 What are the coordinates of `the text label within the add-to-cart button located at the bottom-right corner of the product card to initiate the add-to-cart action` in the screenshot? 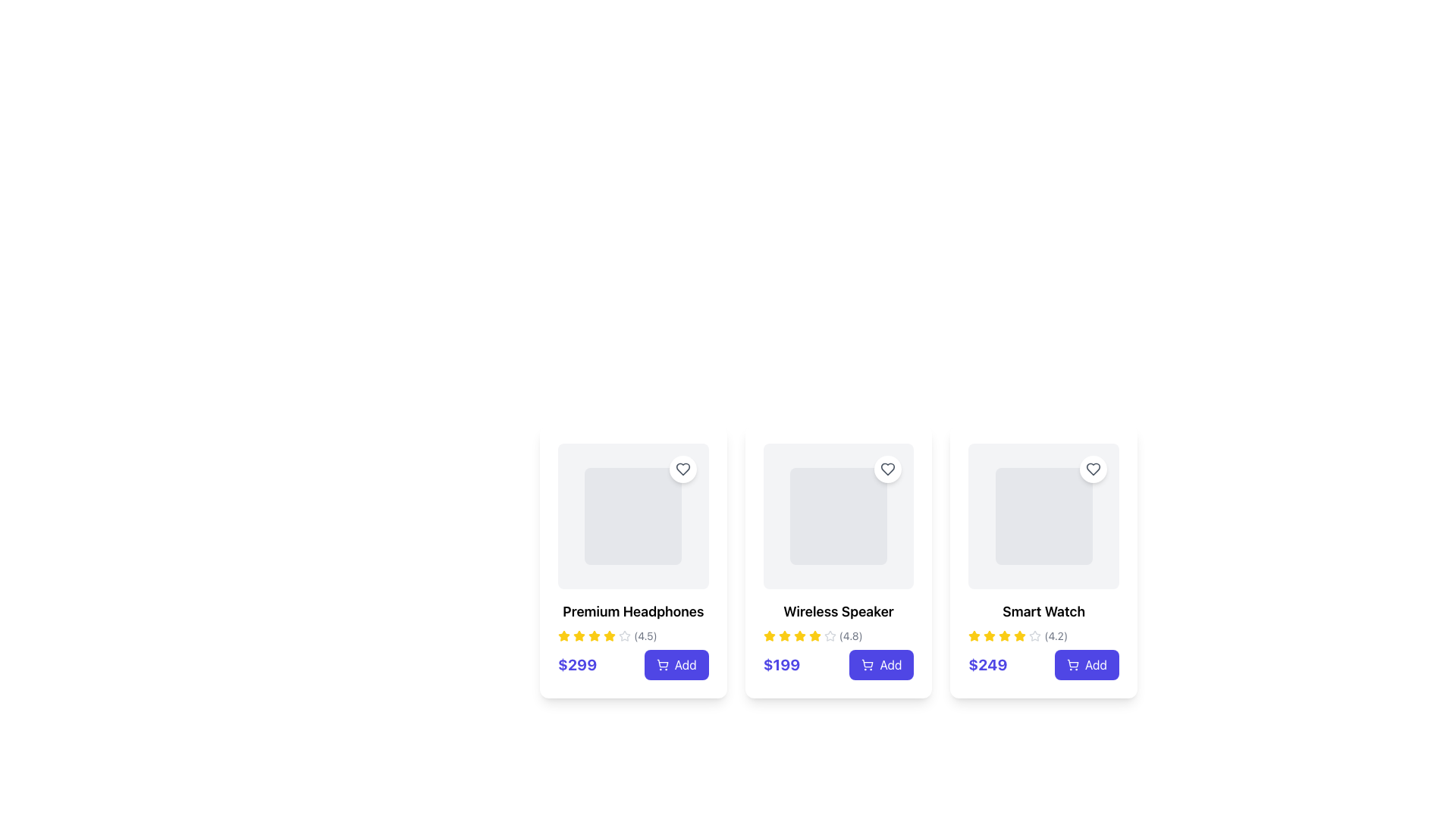 It's located at (684, 664).